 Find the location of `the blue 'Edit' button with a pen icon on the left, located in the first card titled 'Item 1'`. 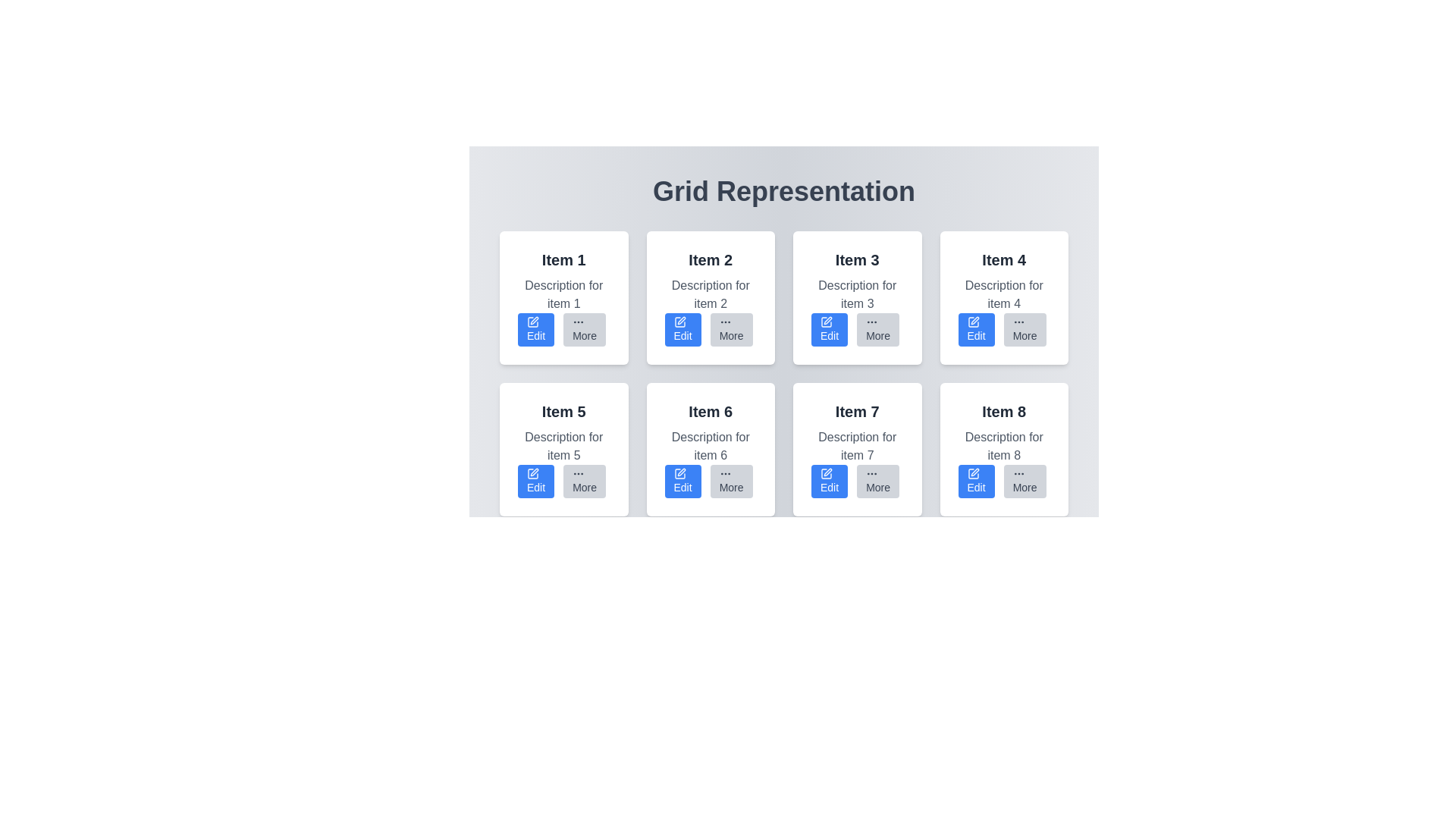

the blue 'Edit' button with a pen icon on the left, located in the first card titled 'Item 1' is located at coordinates (536, 329).